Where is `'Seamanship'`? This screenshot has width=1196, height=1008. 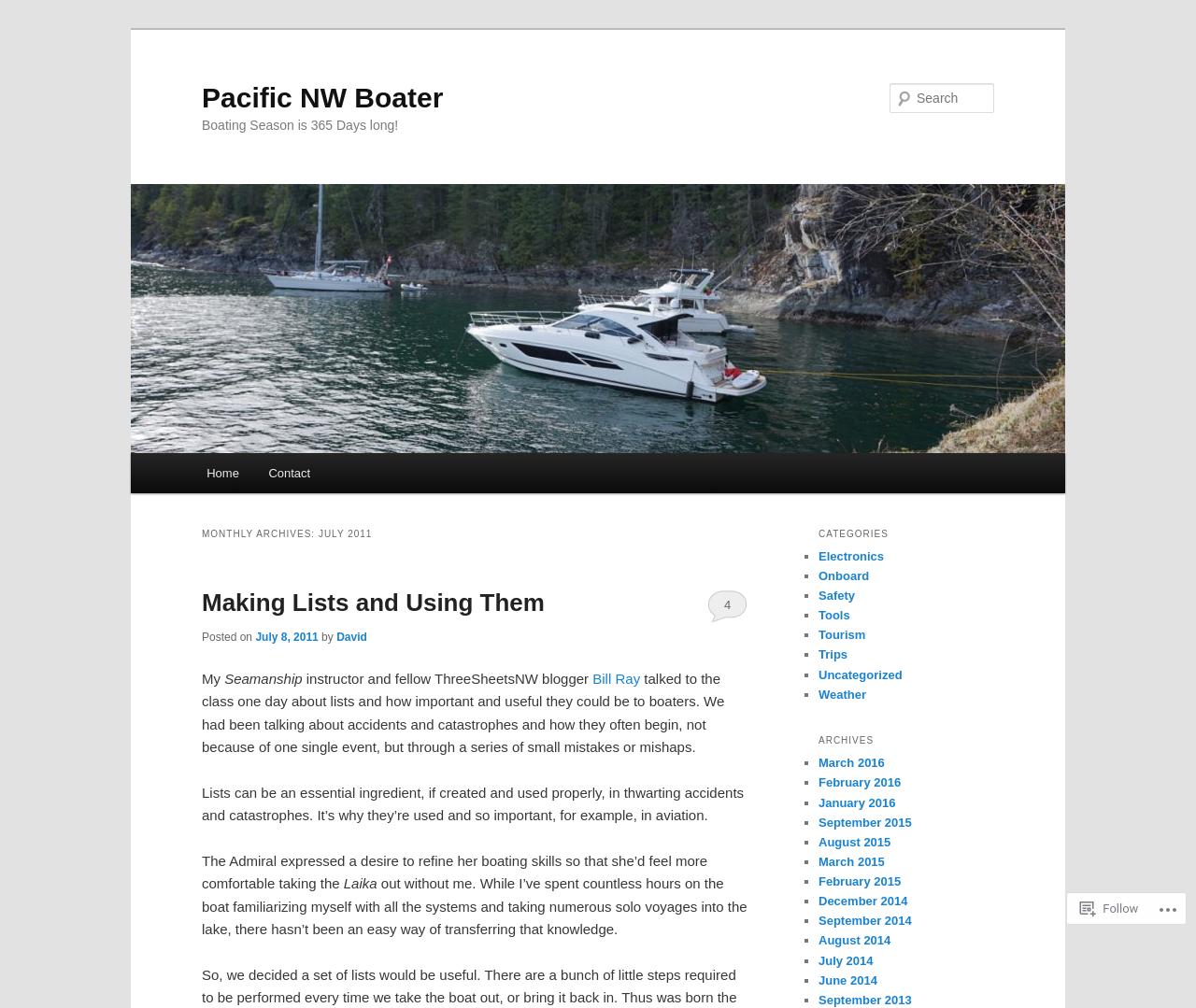
'Seamanship' is located at coordinates (262, 677).